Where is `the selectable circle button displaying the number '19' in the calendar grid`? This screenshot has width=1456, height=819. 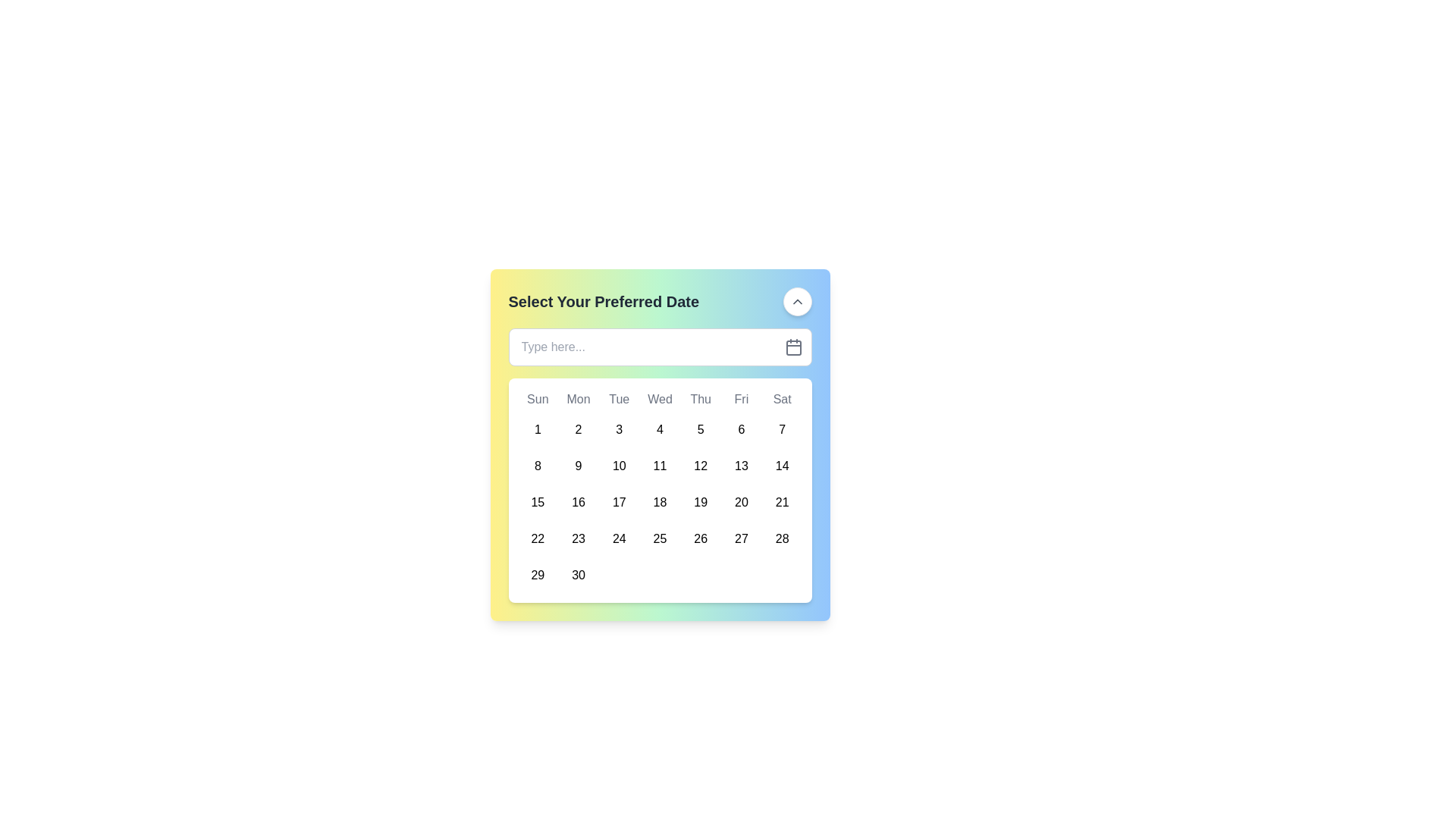 the selectable circle button displaying the number '19' in the calendar grid is located at coordinates (700, 503).